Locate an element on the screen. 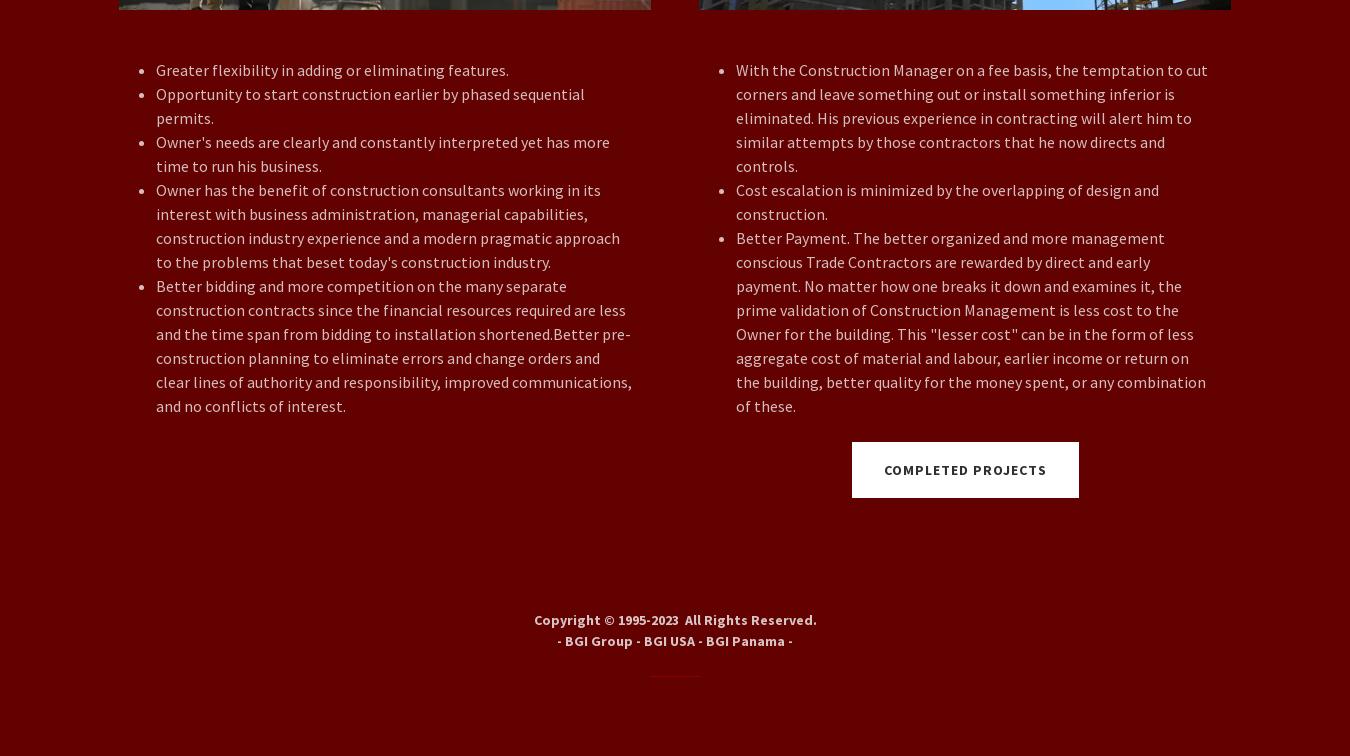  'Copyright © 1995-2023  All Rights Reserved.' is located at coordinates (531, 619).